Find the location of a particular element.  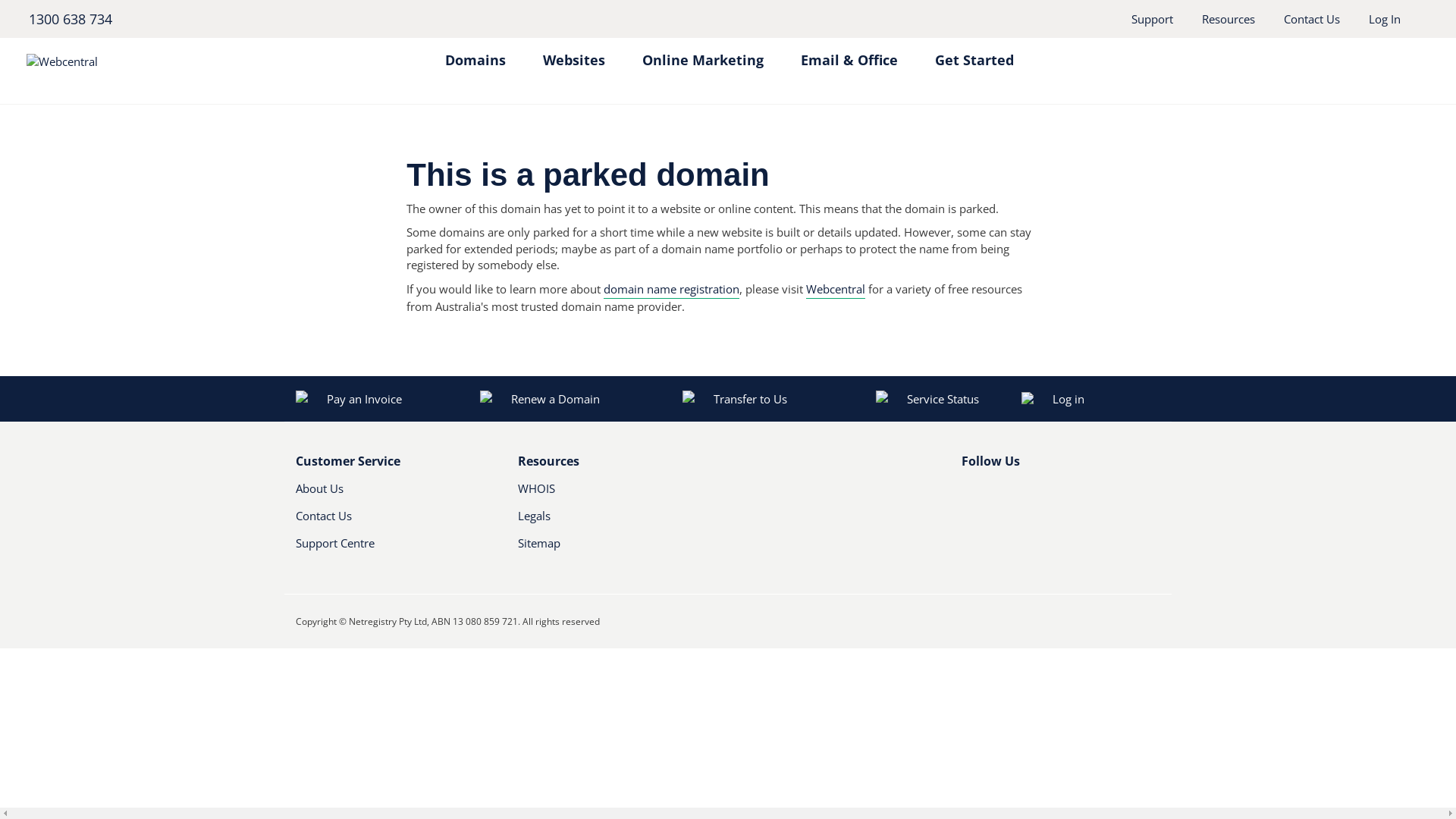

'Get Started' is located at coordinates (973, 52).